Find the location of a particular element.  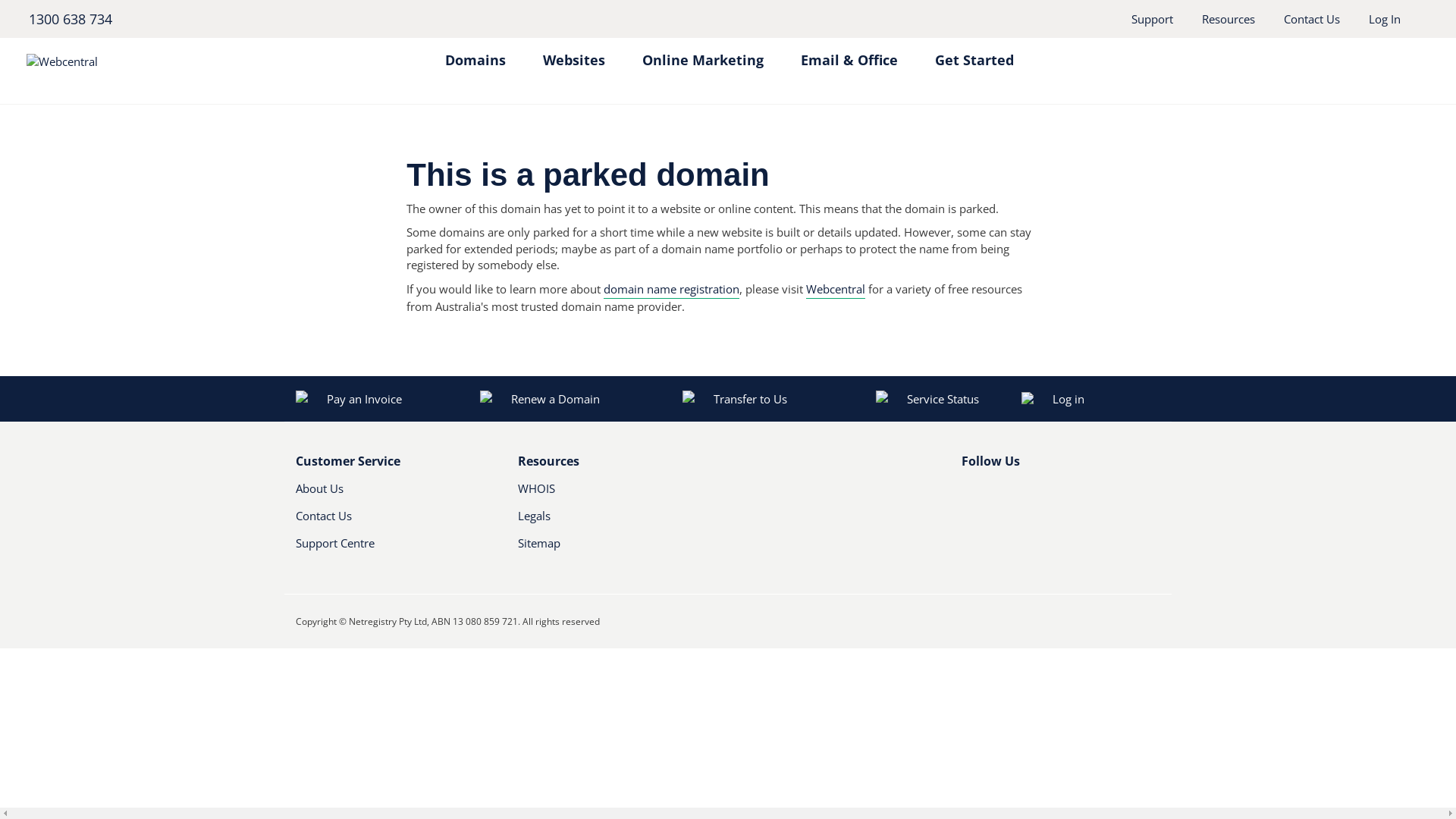

'Get Started' is located at coordinates (973, 52).